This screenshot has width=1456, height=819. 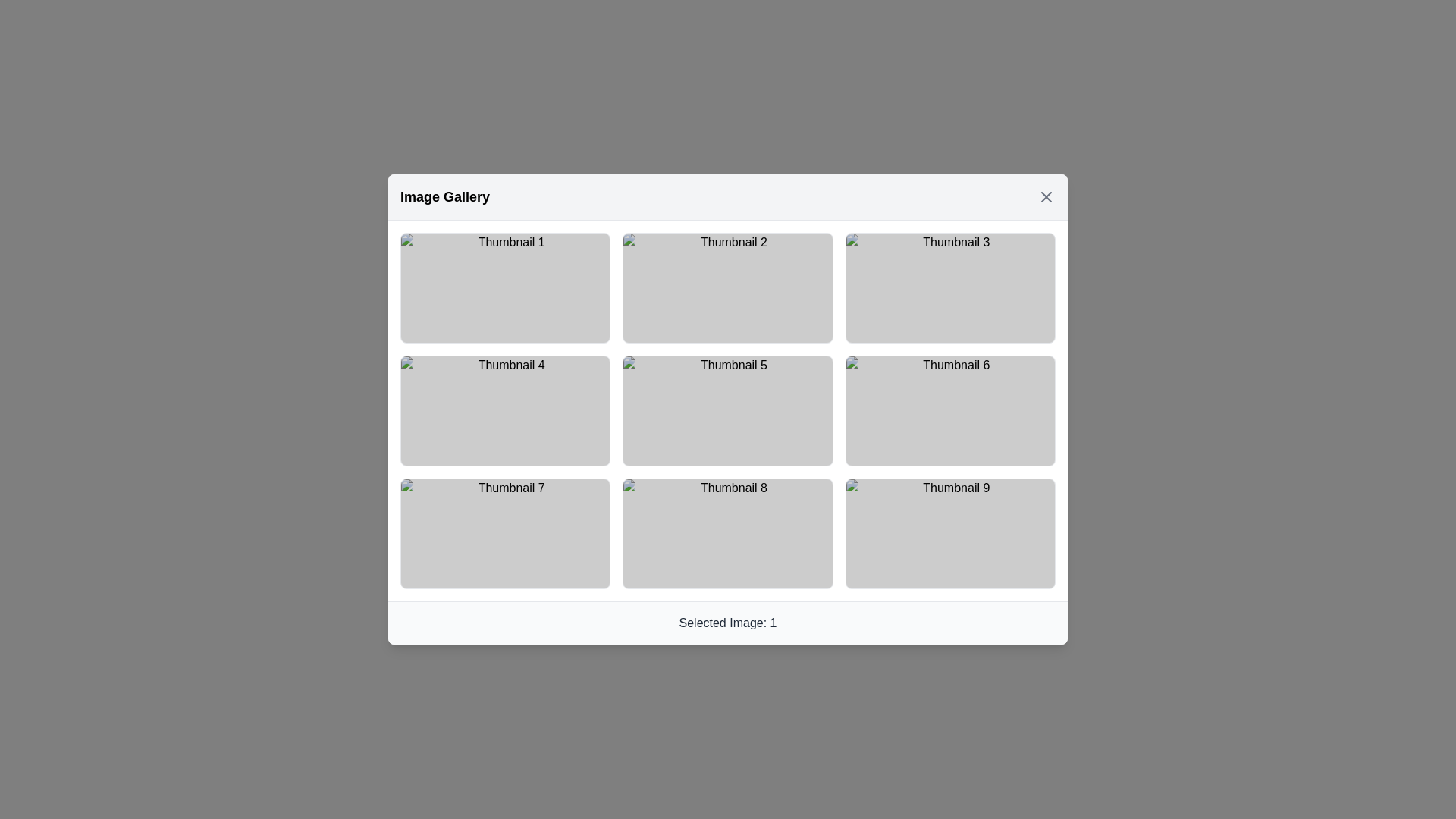 What do you see at coordinates (505, 288) in the screenshot?
I see `the clickable thumbnail labeled 'Thumbnail 1' located at the top-center of the rectangle` at bounding box center [505, 288].